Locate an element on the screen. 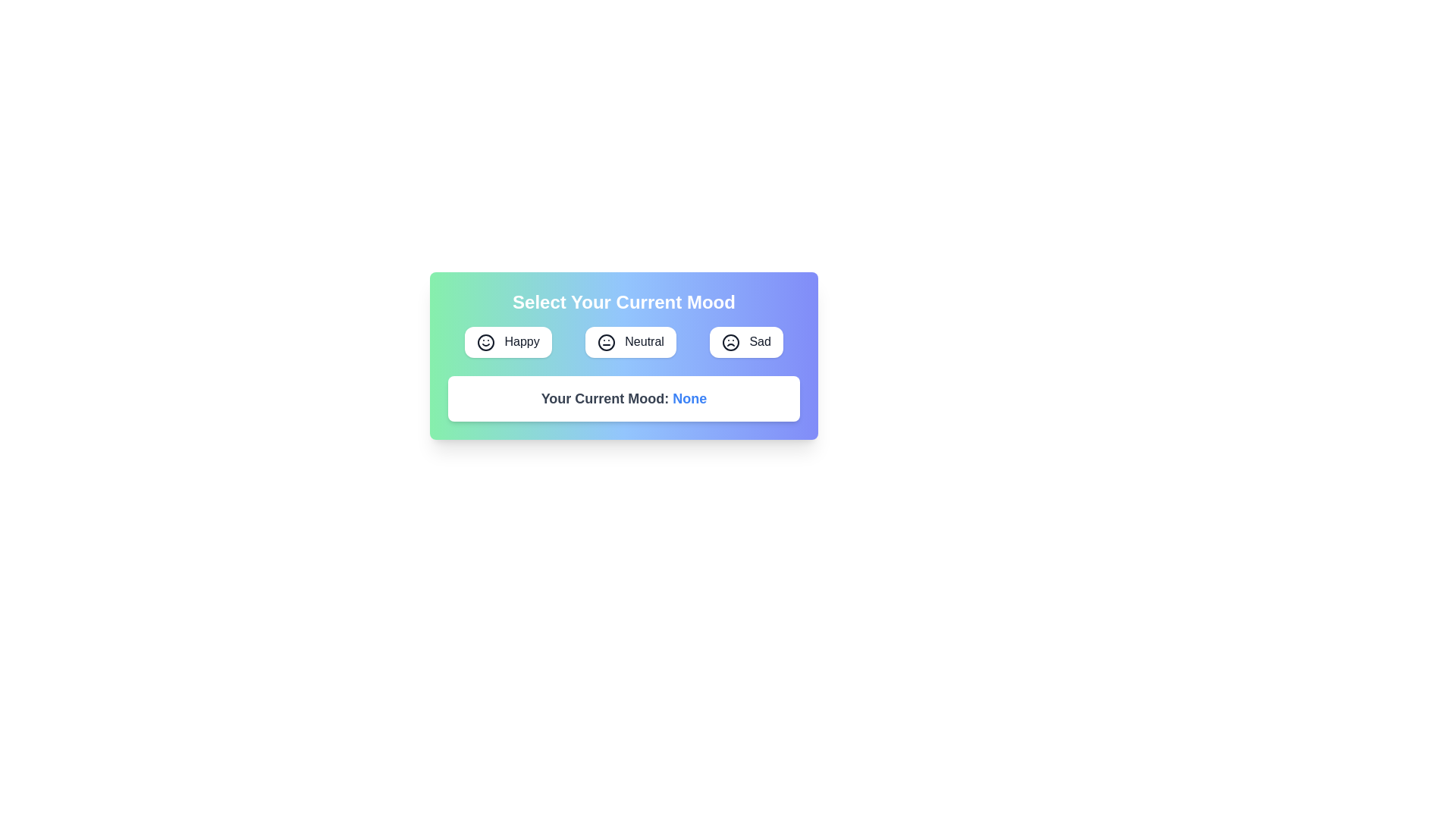 This screenshot has width=1456, height=819. the 'Sad' mood icon, which is part of the button located in the bottom right corner of the dialog box titled 'Select Your Current Mood' is located at coordinates (731, 342).